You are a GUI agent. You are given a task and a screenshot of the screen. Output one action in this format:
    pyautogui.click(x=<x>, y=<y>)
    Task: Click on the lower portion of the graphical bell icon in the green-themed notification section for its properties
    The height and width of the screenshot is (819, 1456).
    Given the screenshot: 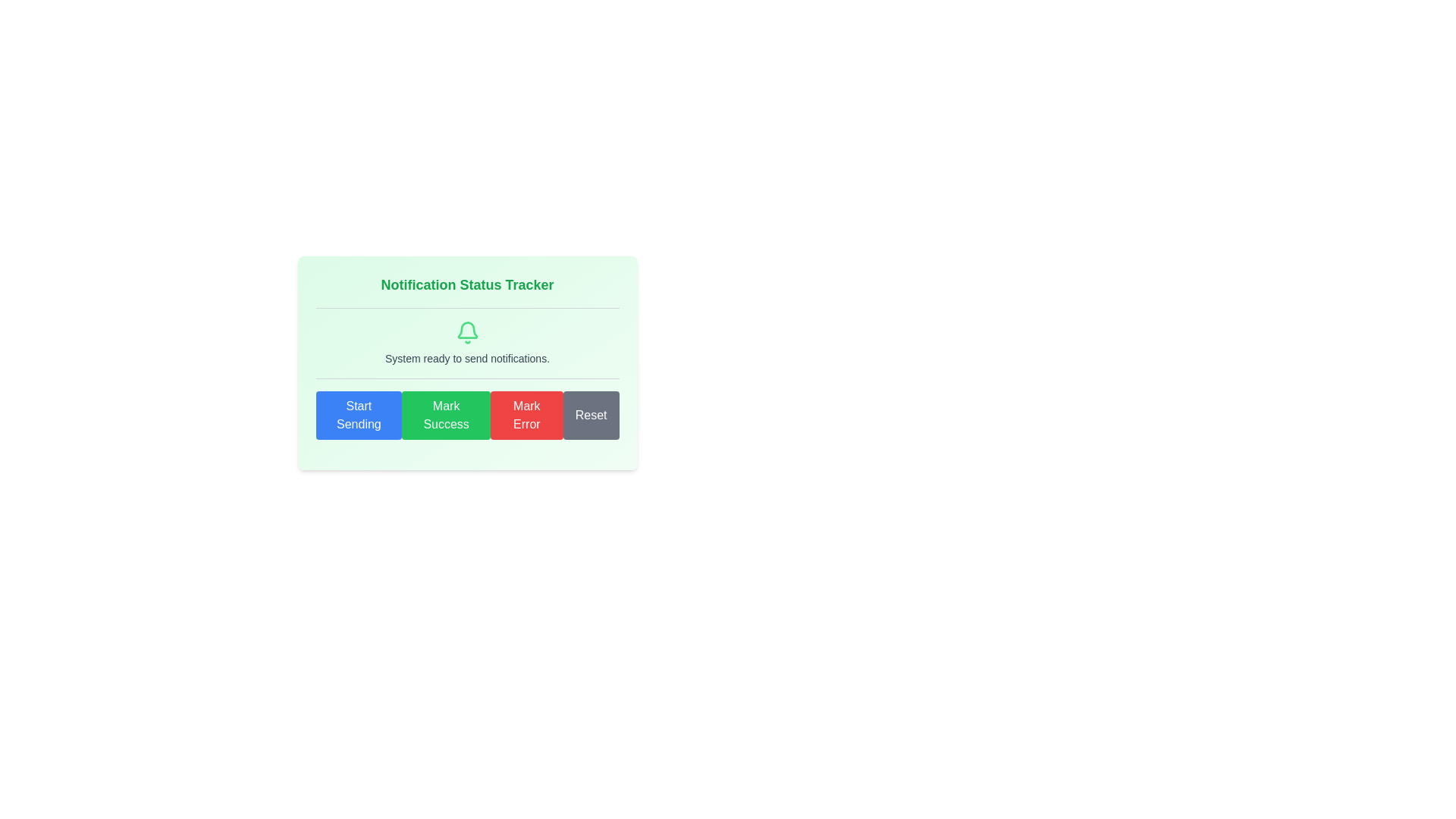 What is the action you would take?
    pyautogui.click(x=466, y=329)
    